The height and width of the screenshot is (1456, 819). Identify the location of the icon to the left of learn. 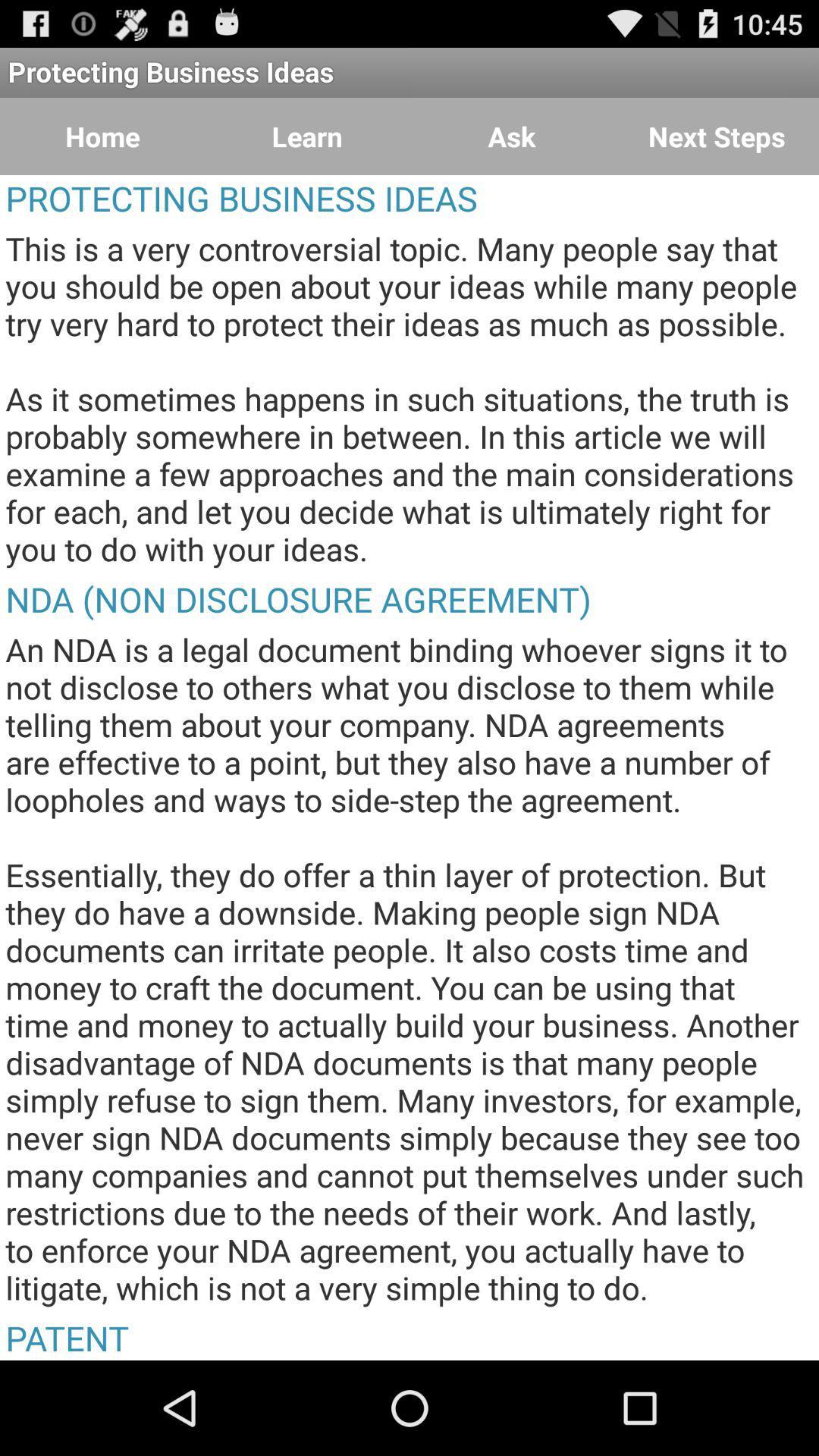
(102, 136).